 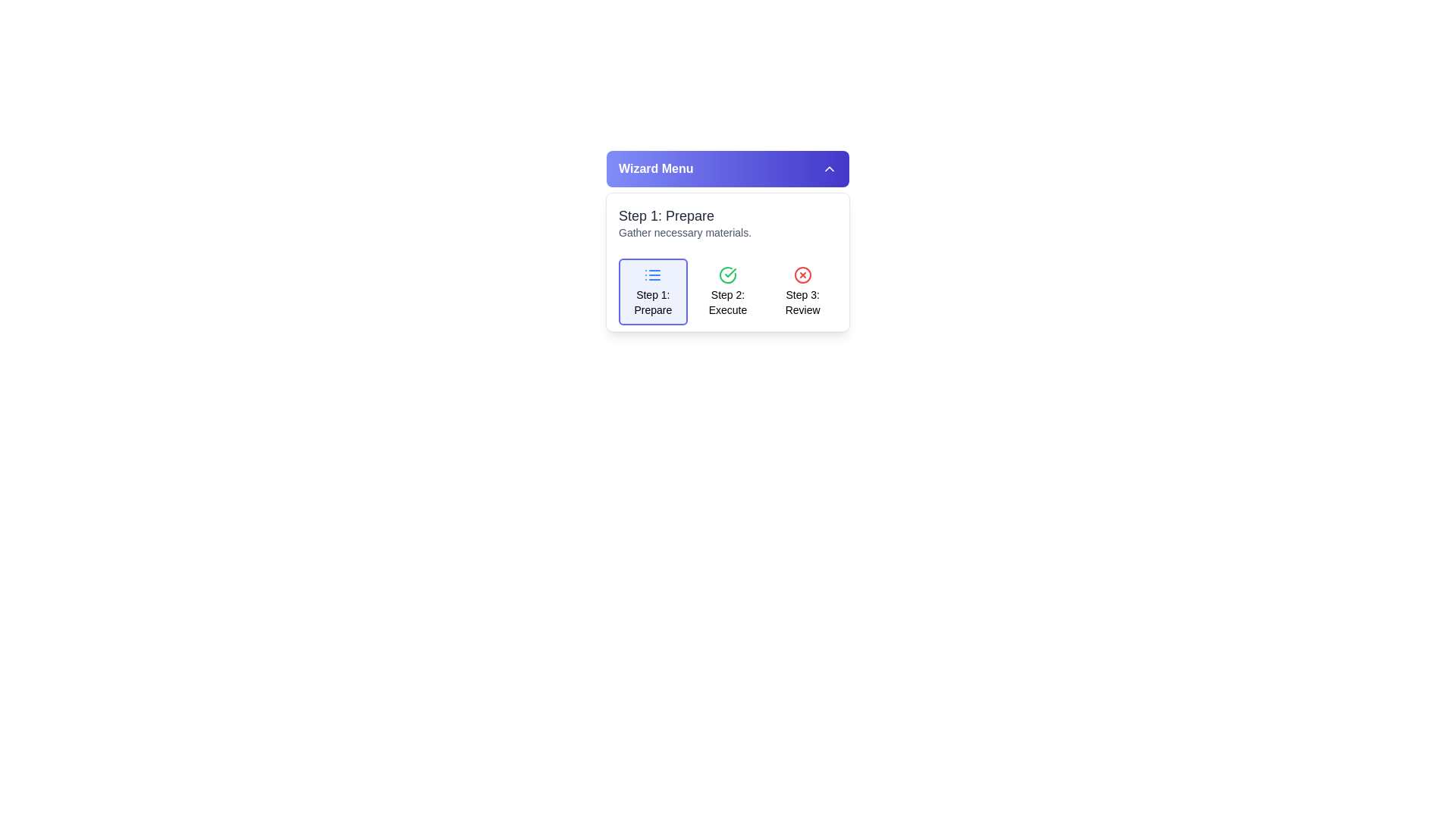 I want to click on the highlighted Step 2: Execute indicator in the Wizard Menu, so click(x=728, y=260).